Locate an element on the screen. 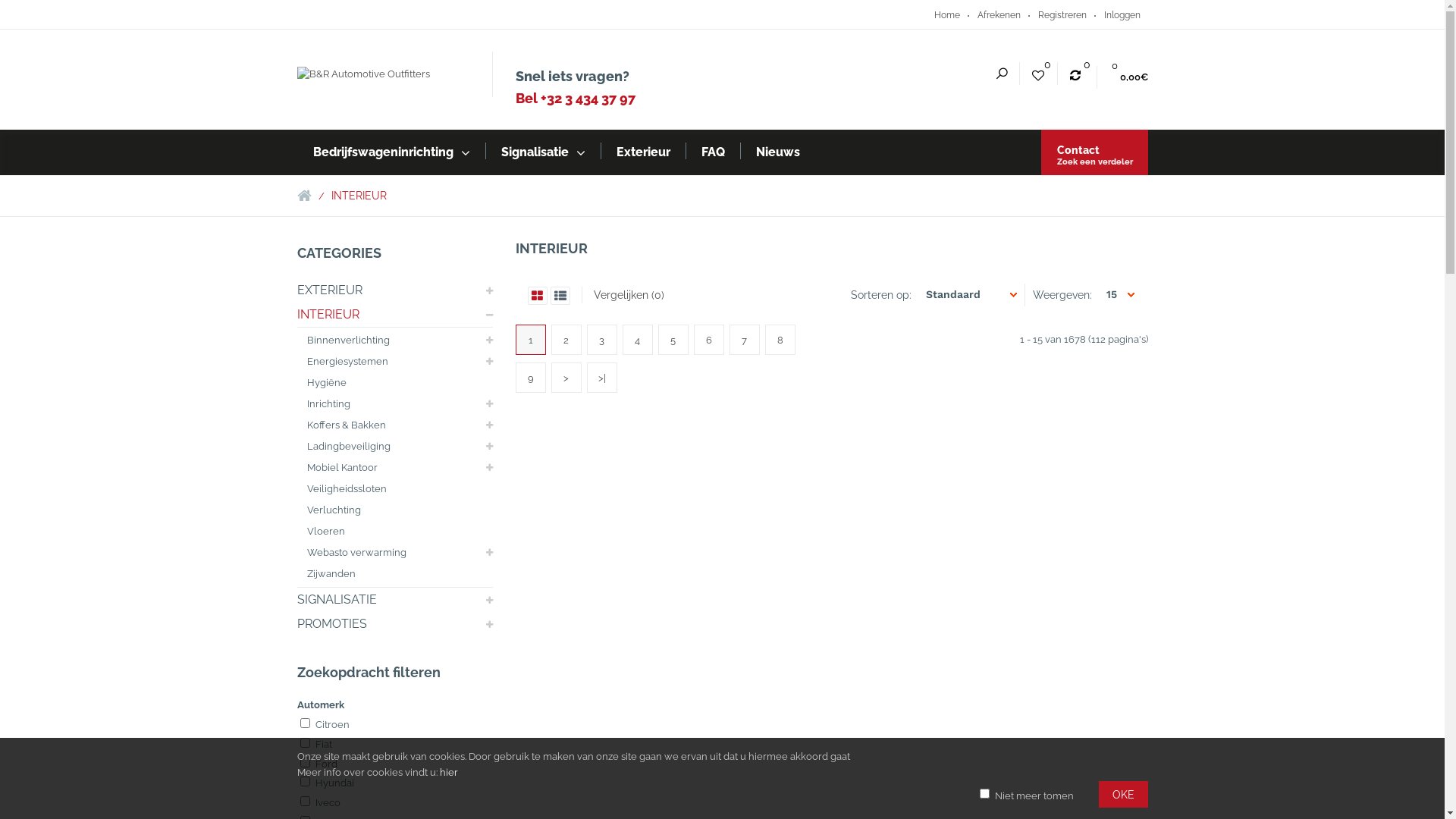 This screenshot has width=1456, height=819. 'Home' is located at coordinates (946, 15).